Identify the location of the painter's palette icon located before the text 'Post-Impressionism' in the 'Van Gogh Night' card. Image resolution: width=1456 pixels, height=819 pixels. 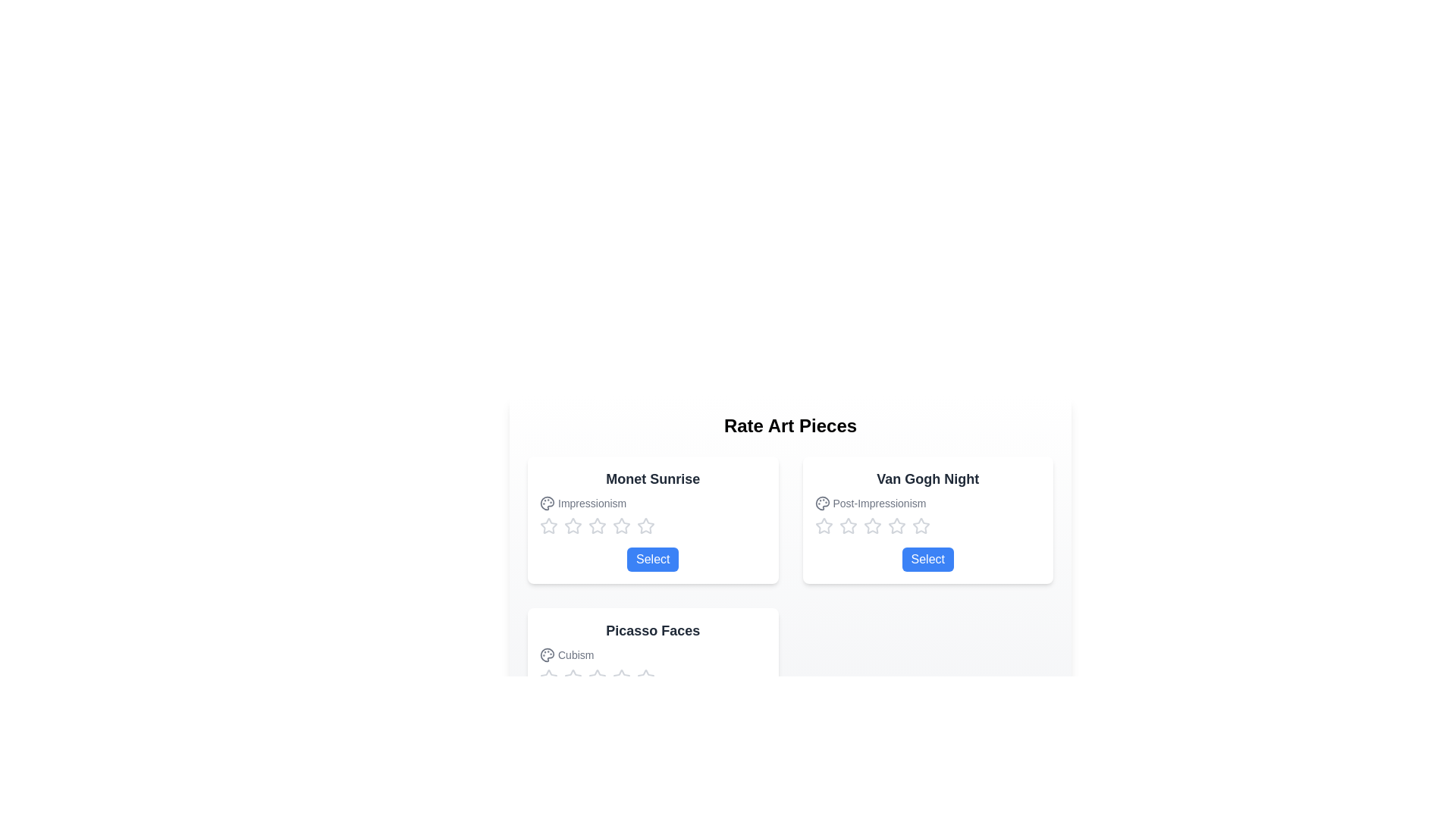
(821, 503).